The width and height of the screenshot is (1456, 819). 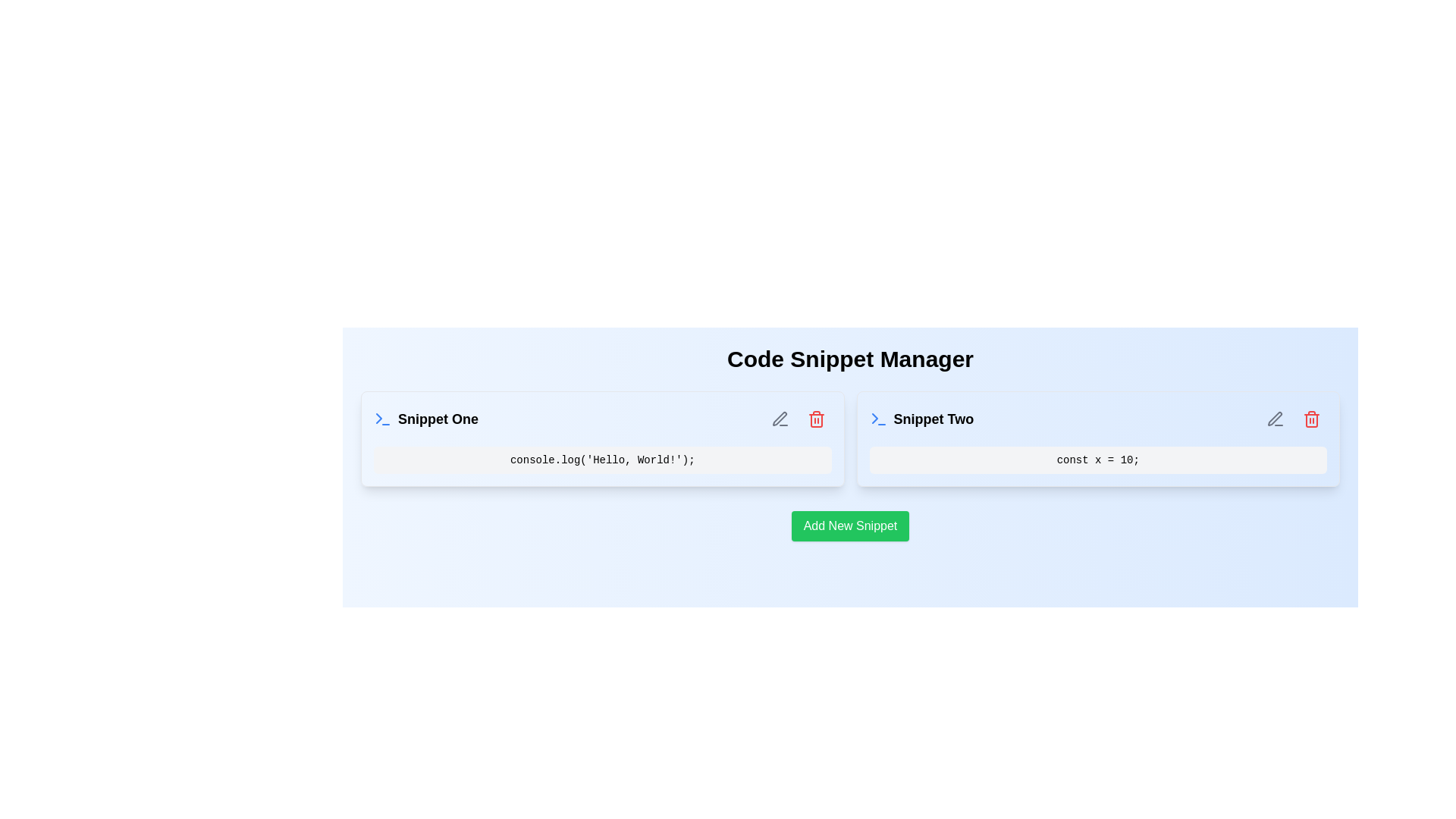 I want to click on the button that triggers the snippet creation form by, so click(x=850, y=526).